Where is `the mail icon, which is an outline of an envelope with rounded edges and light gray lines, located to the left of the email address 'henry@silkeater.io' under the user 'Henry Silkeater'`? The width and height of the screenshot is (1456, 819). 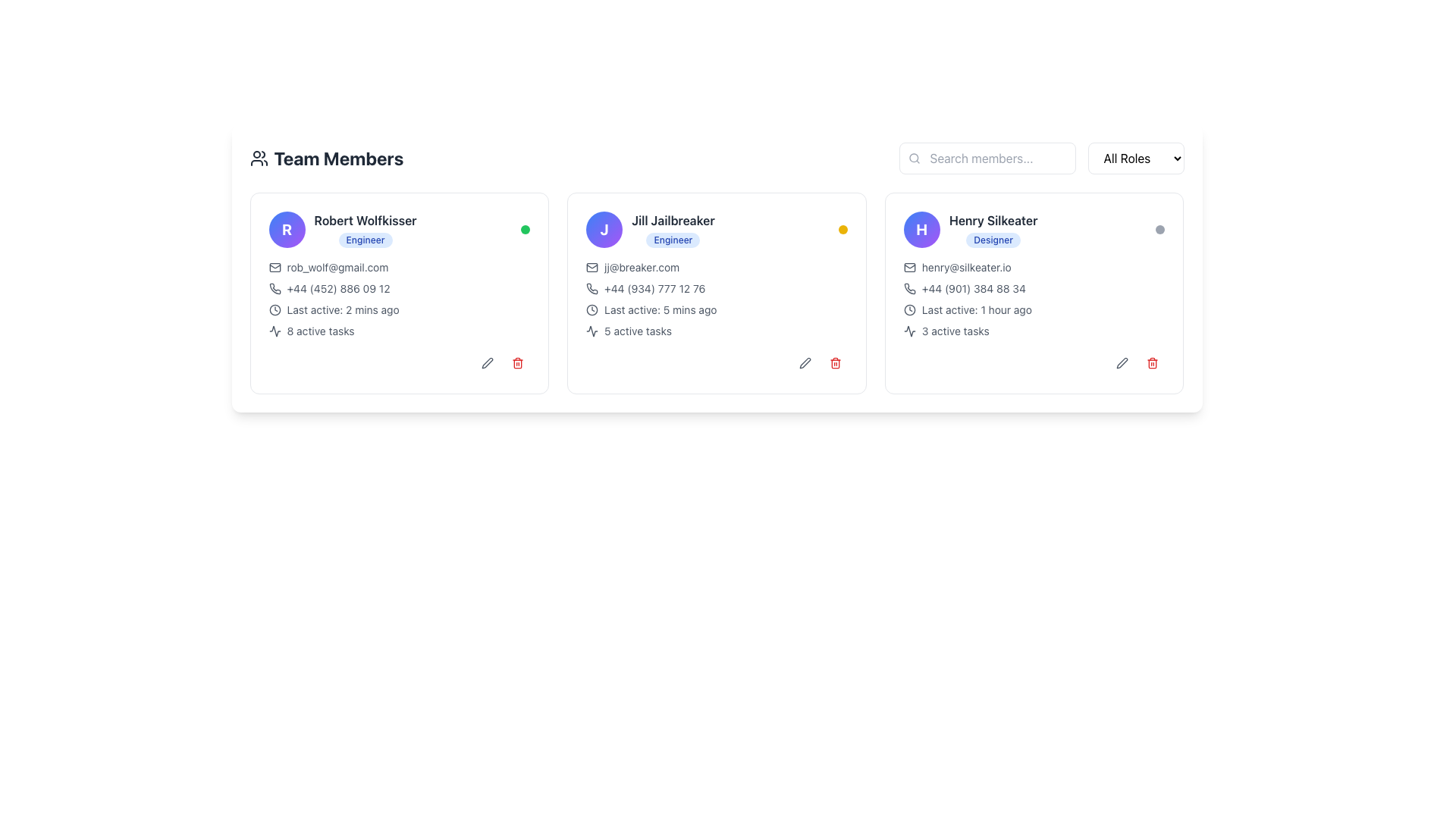
the mail icon, which is an outline of an envelope with rounded edges and light gray lines, located to the left of the email address 'henry@silkeater.io' under the user 'Henry Silkeater' is located at coordinates (909, 267).